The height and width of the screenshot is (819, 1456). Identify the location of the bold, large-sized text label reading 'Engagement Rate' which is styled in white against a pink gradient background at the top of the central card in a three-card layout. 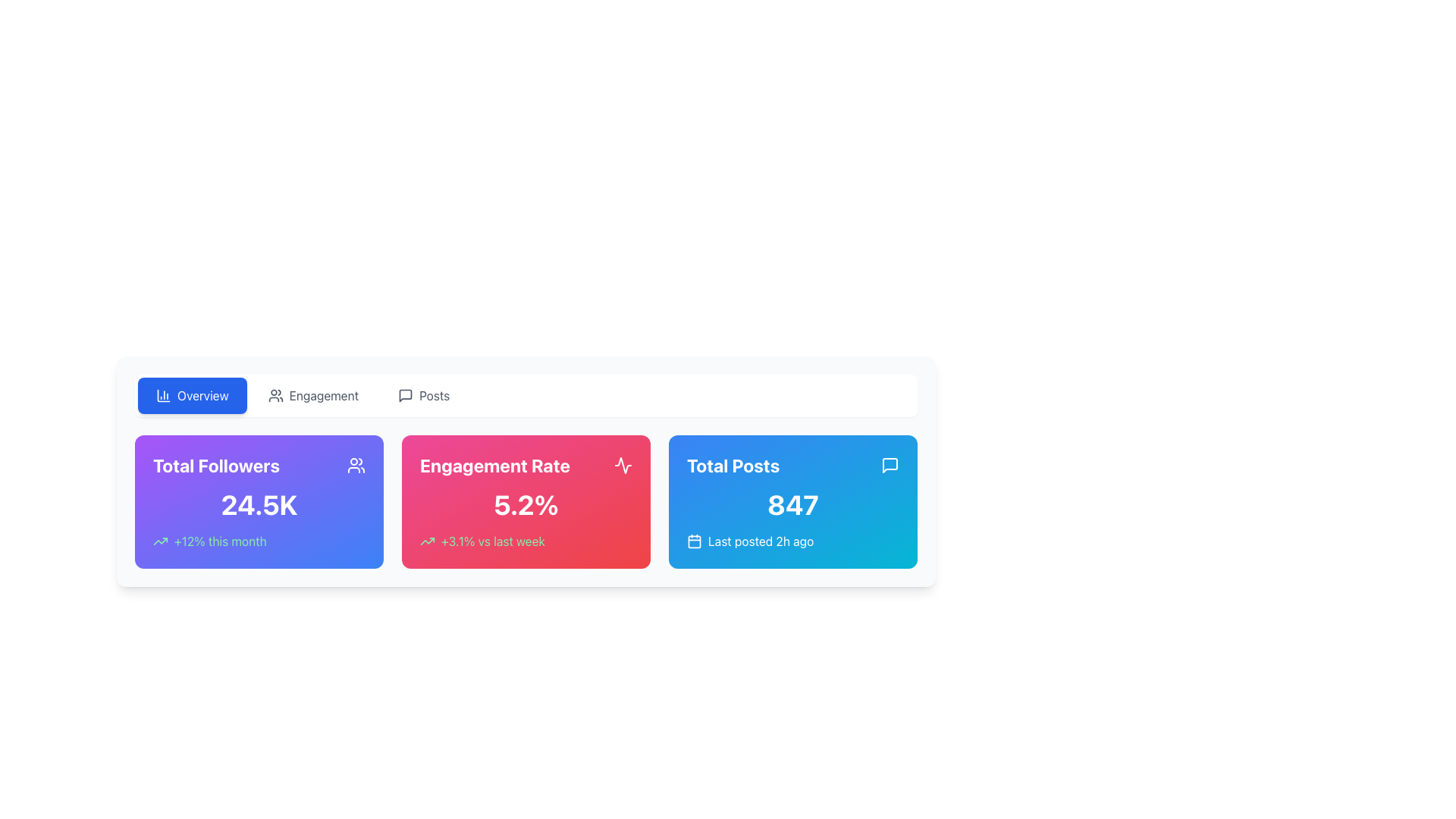
(494, 464).